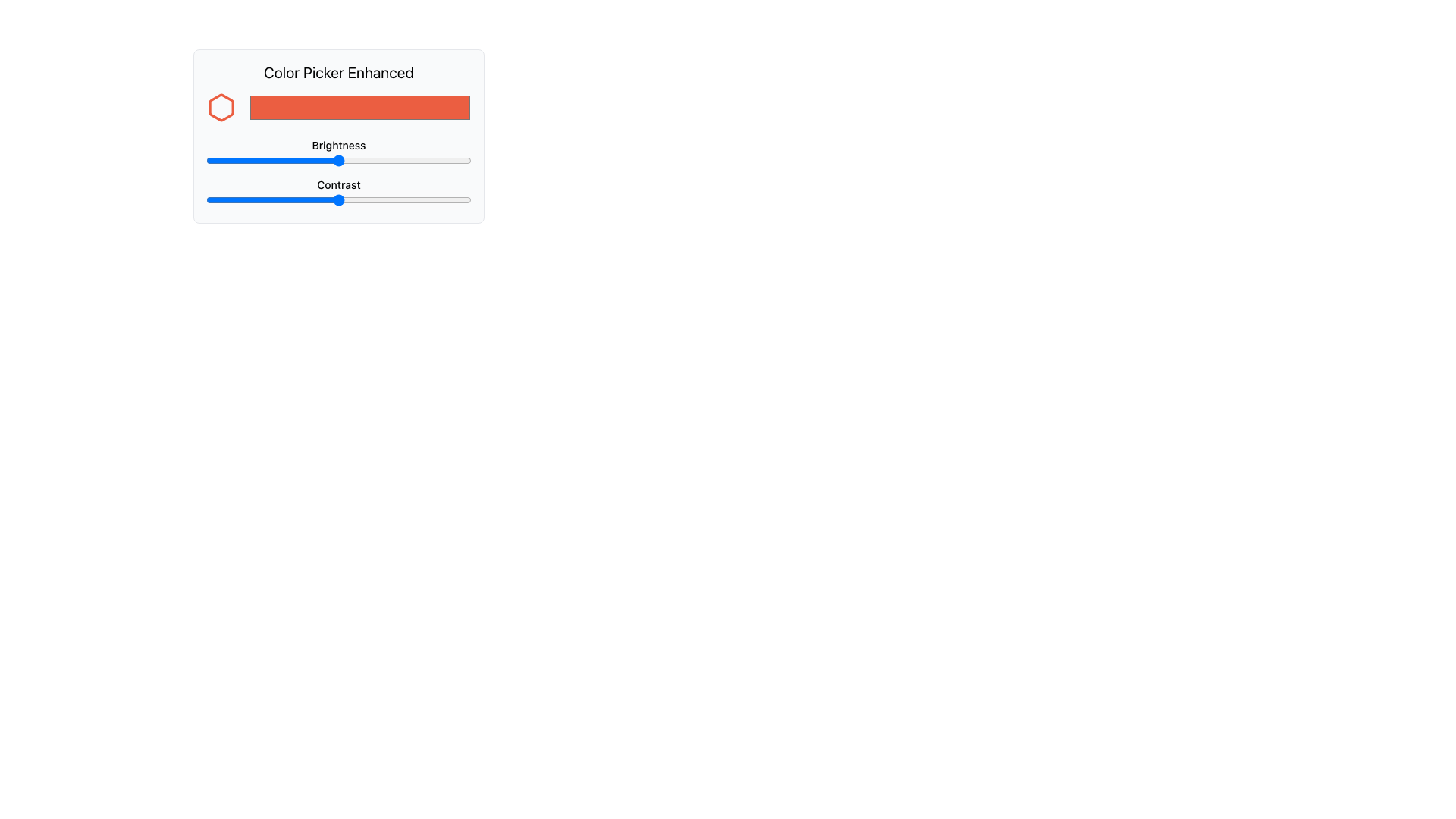 The height and width of the screenshot is (819, 1456). Describe the element at coordinates (337, 174) in the screenshot. I see `the 'Brightness' and 'Contrast' sliders in the 'Color Picker Enhanced' component` at that location.